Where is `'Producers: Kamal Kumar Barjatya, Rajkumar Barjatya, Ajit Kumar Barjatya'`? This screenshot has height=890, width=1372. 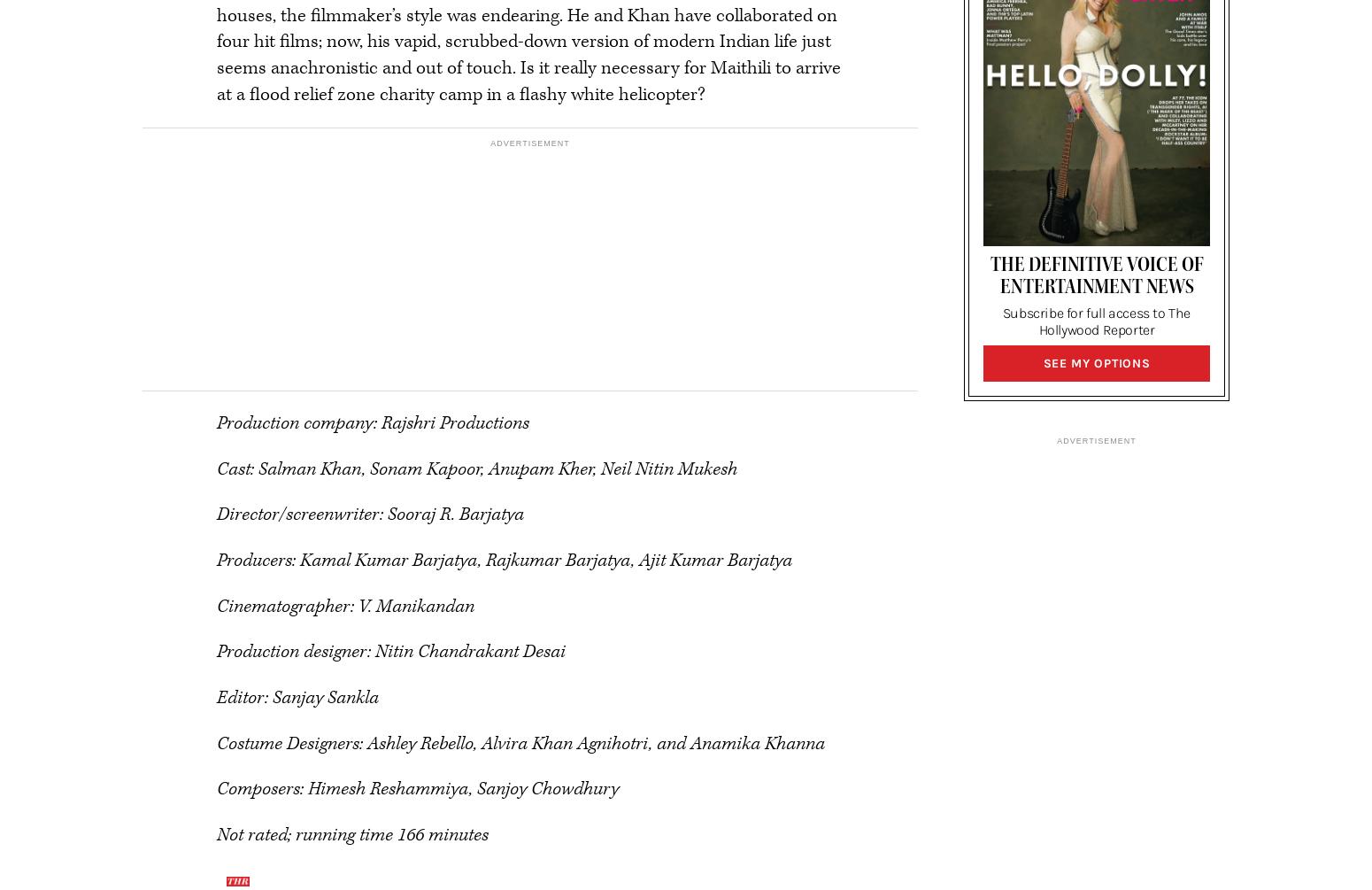
'Producers: Kamal Kumar Barjatya, Rajkumar Barjatya, Ajit Kumar Barjatya' is located at coordinates (217, 560).